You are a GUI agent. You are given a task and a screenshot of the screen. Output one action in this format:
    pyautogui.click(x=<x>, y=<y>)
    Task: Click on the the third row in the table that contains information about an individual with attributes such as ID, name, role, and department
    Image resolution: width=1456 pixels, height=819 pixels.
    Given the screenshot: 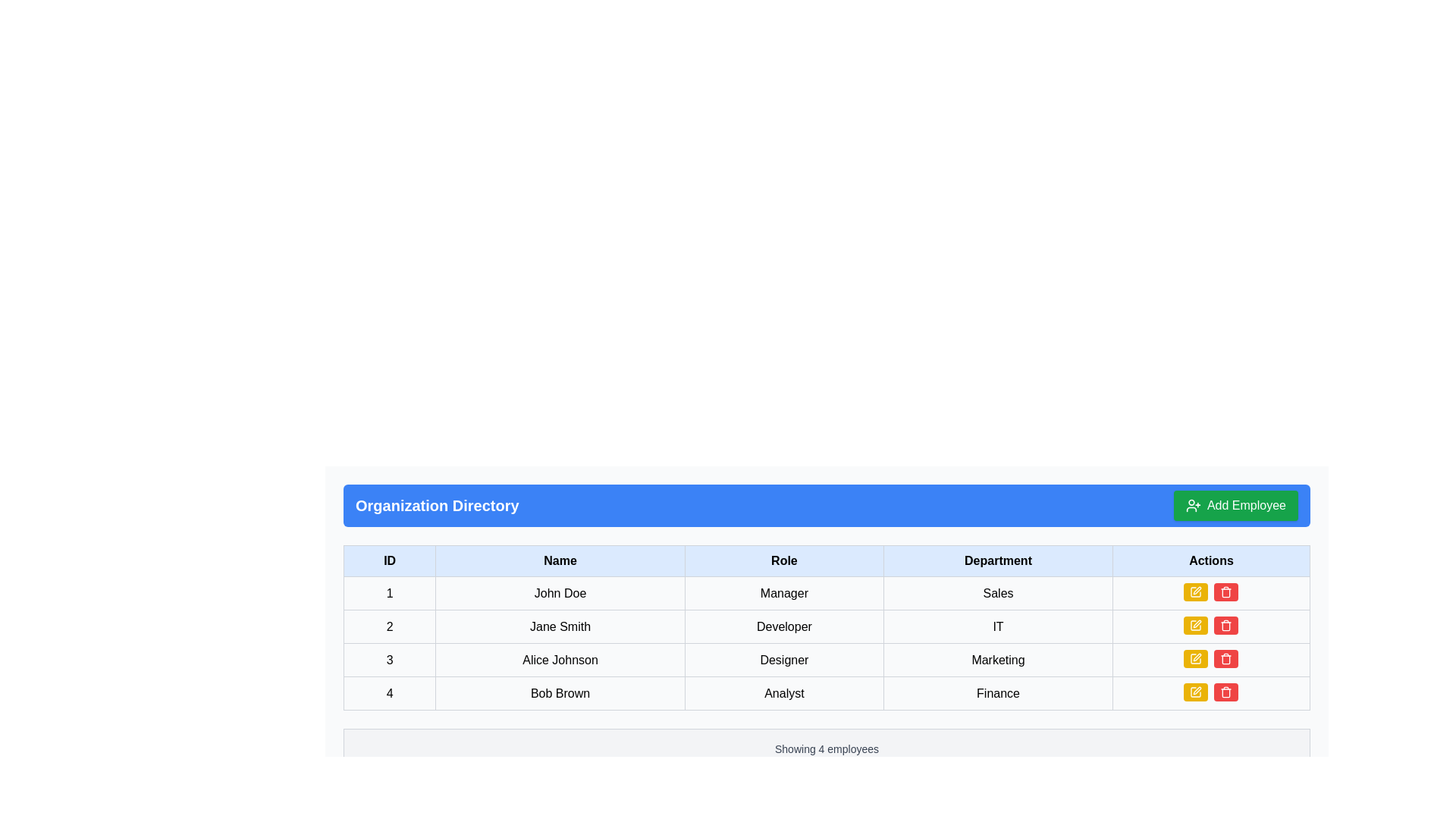 What is the action you would take?
    pyautogui.click(x=826, y=659)
    